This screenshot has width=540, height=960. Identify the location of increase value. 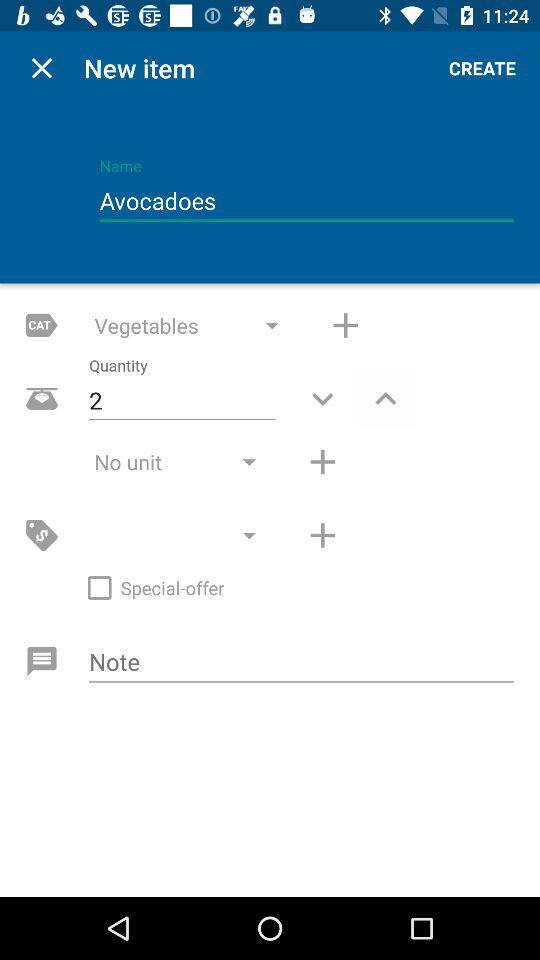
(385, 397).